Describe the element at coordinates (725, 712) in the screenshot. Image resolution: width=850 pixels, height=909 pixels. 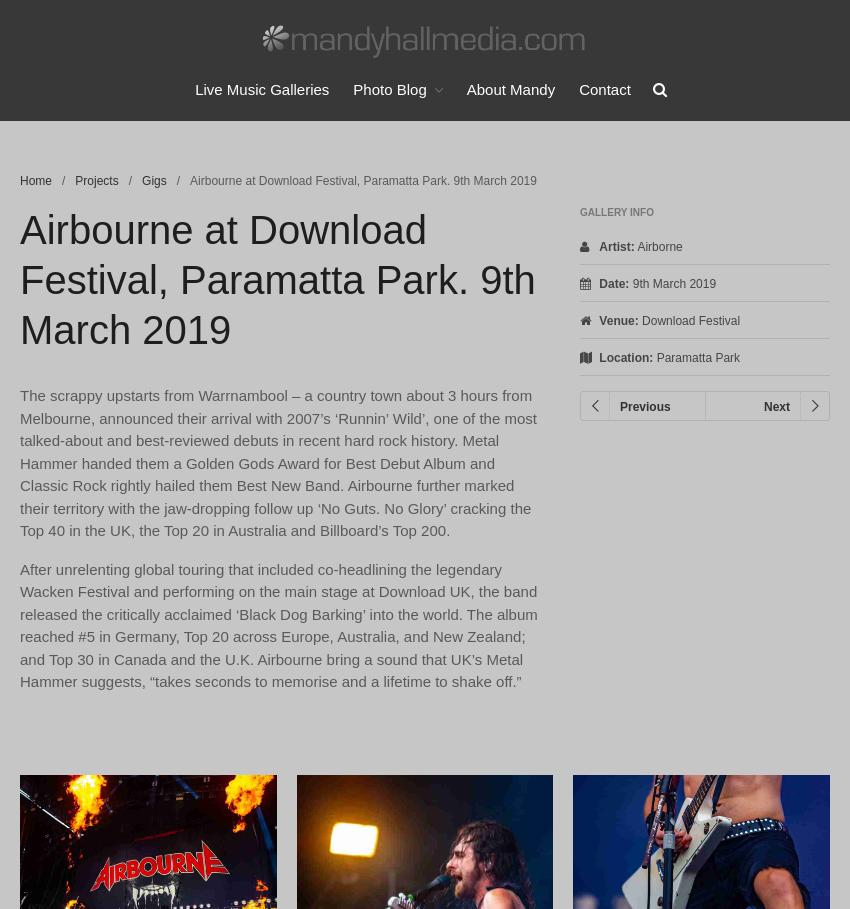
I see `'Tim Rogers, Tex Perkins, Adalita, Phil Jamieson – The Stones Sticky Fingers, Enmore Theatre Feb 2022'` at that location.